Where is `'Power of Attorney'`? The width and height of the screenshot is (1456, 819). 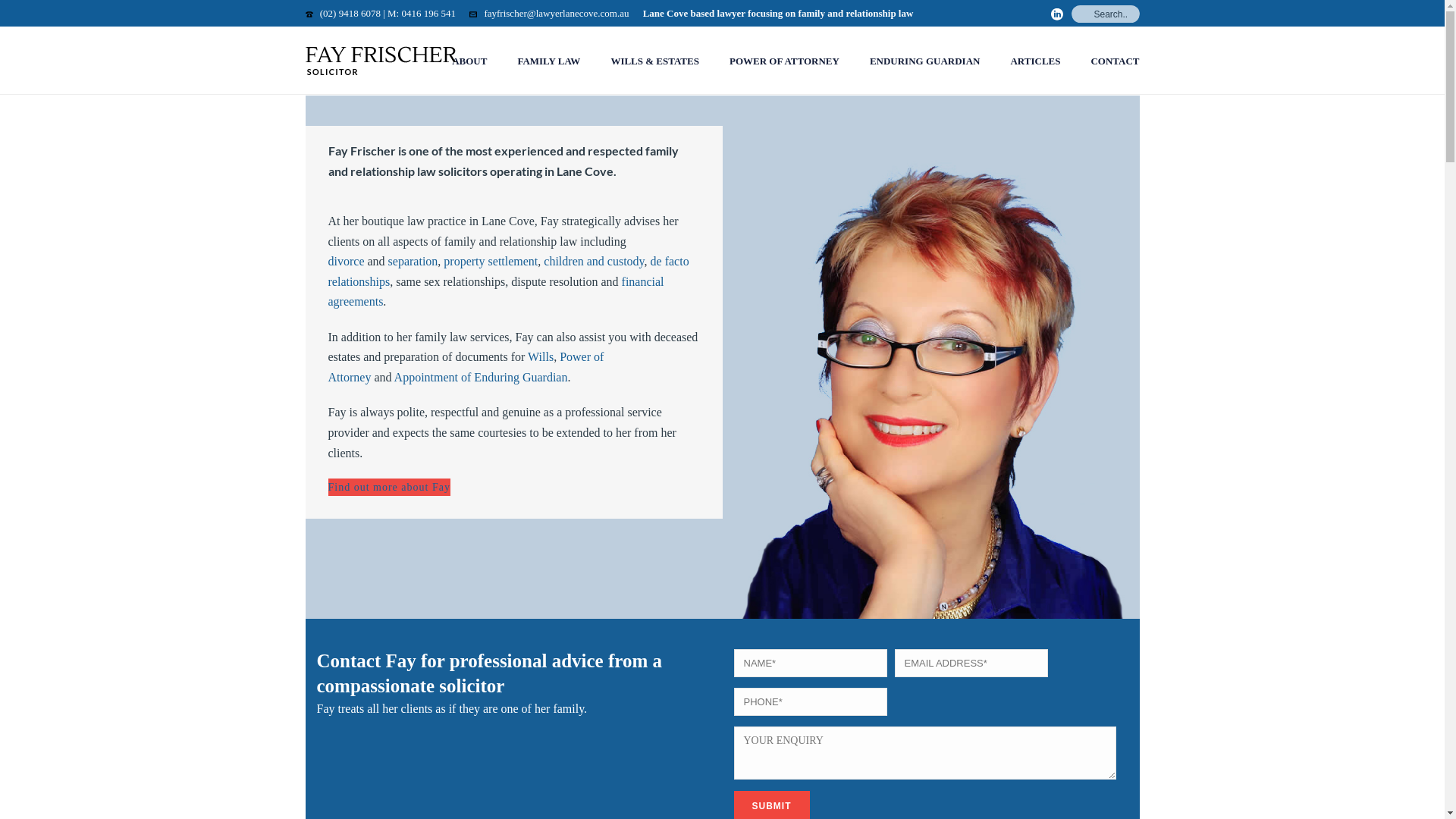
'Power of Attorney' is located at coordinates (327, 366).